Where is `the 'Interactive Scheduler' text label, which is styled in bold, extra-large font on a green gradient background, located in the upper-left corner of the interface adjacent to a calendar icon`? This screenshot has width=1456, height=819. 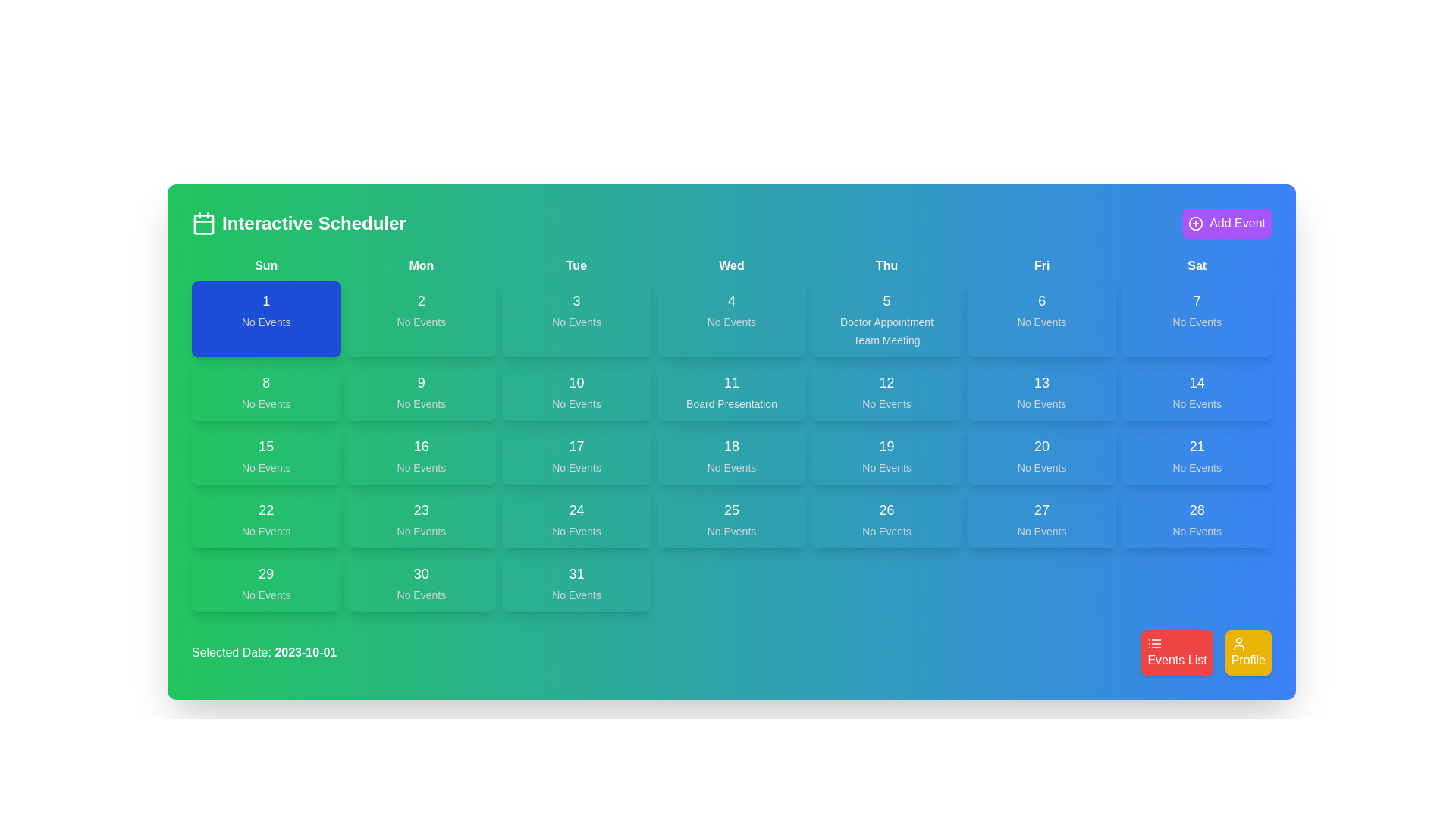 the 'Interactive Scheduler' text label, which is styled in bold, extra-large font on a green gradient background, located in the upper-left corner of the interface adjacent to a calendar icon is located at coordinates (313, 223).